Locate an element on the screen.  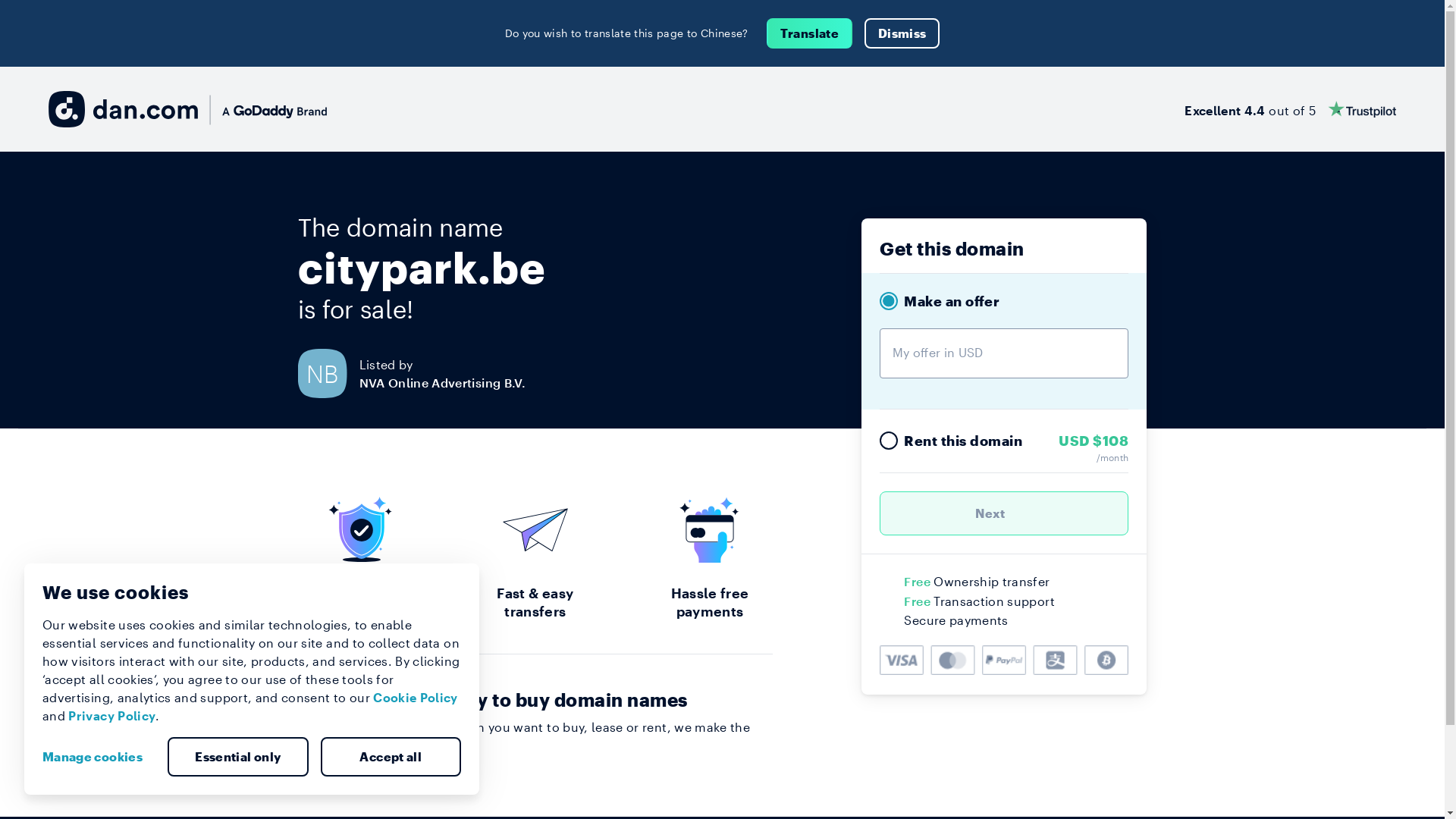
'Privacy Policy' is located at coordinates (67, 715).